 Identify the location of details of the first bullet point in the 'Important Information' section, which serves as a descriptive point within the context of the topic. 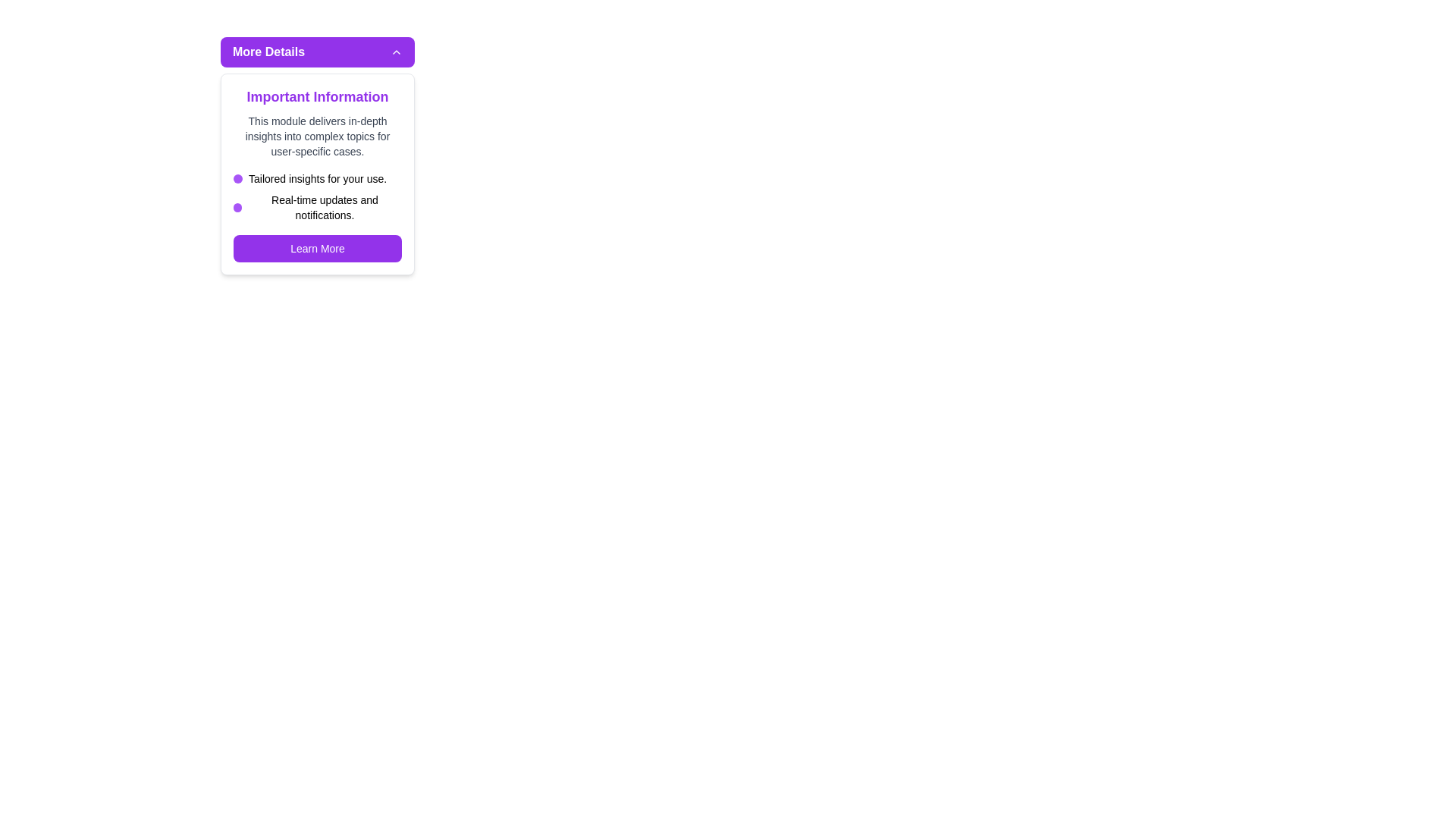
(316, 177).